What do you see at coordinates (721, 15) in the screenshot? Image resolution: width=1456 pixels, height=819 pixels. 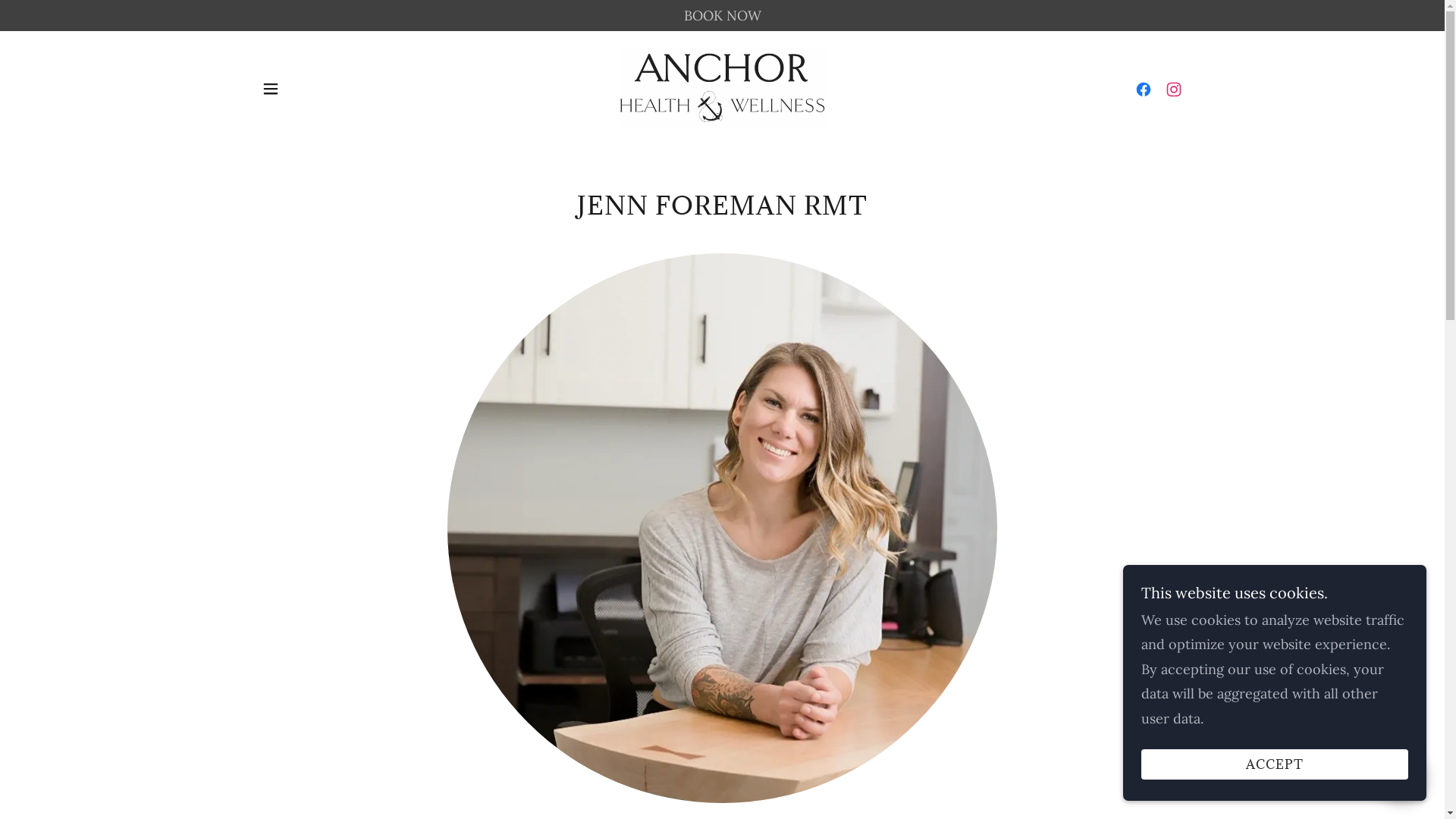 I see `'BOOK NOW'` at bounding box center [721, 15].